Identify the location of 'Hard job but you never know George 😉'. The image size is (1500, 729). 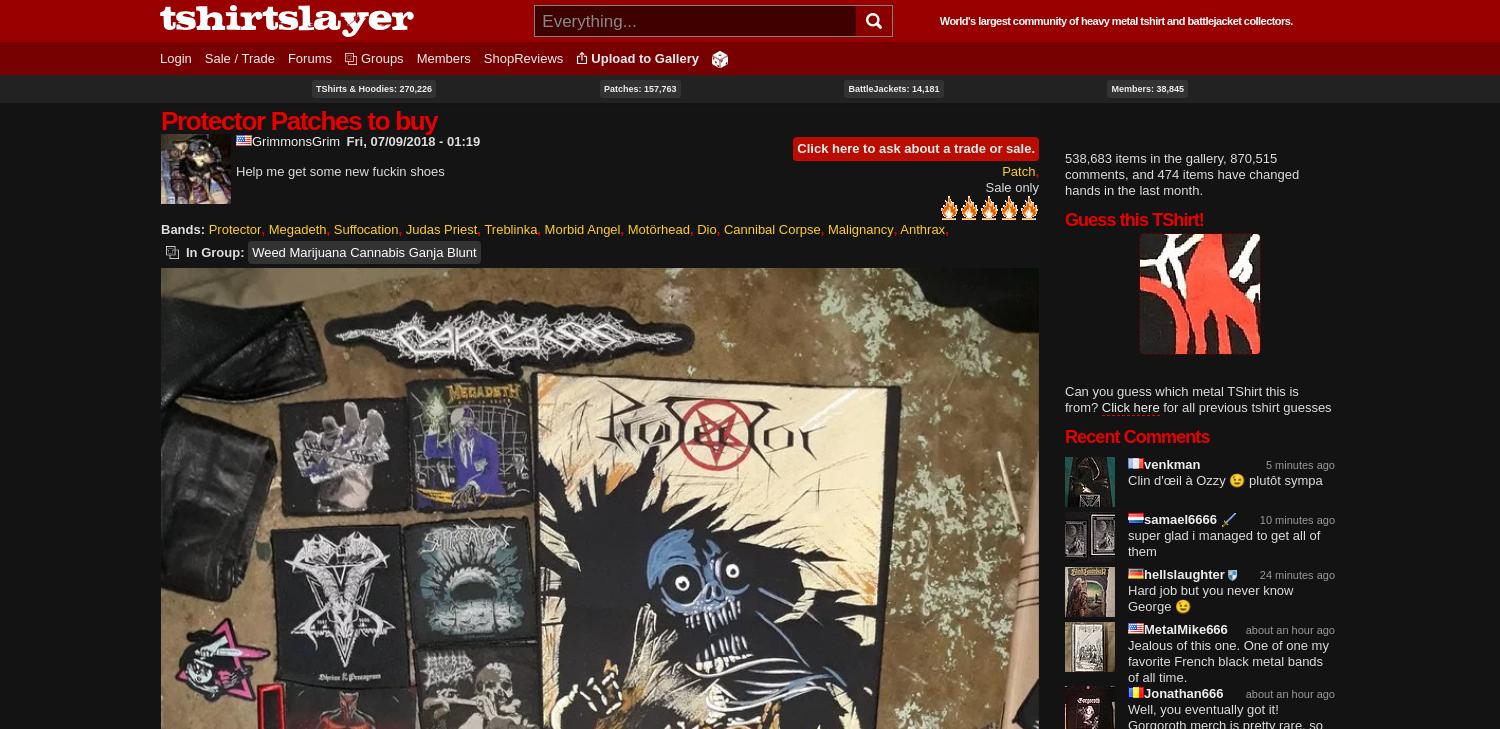
(1209, 597).